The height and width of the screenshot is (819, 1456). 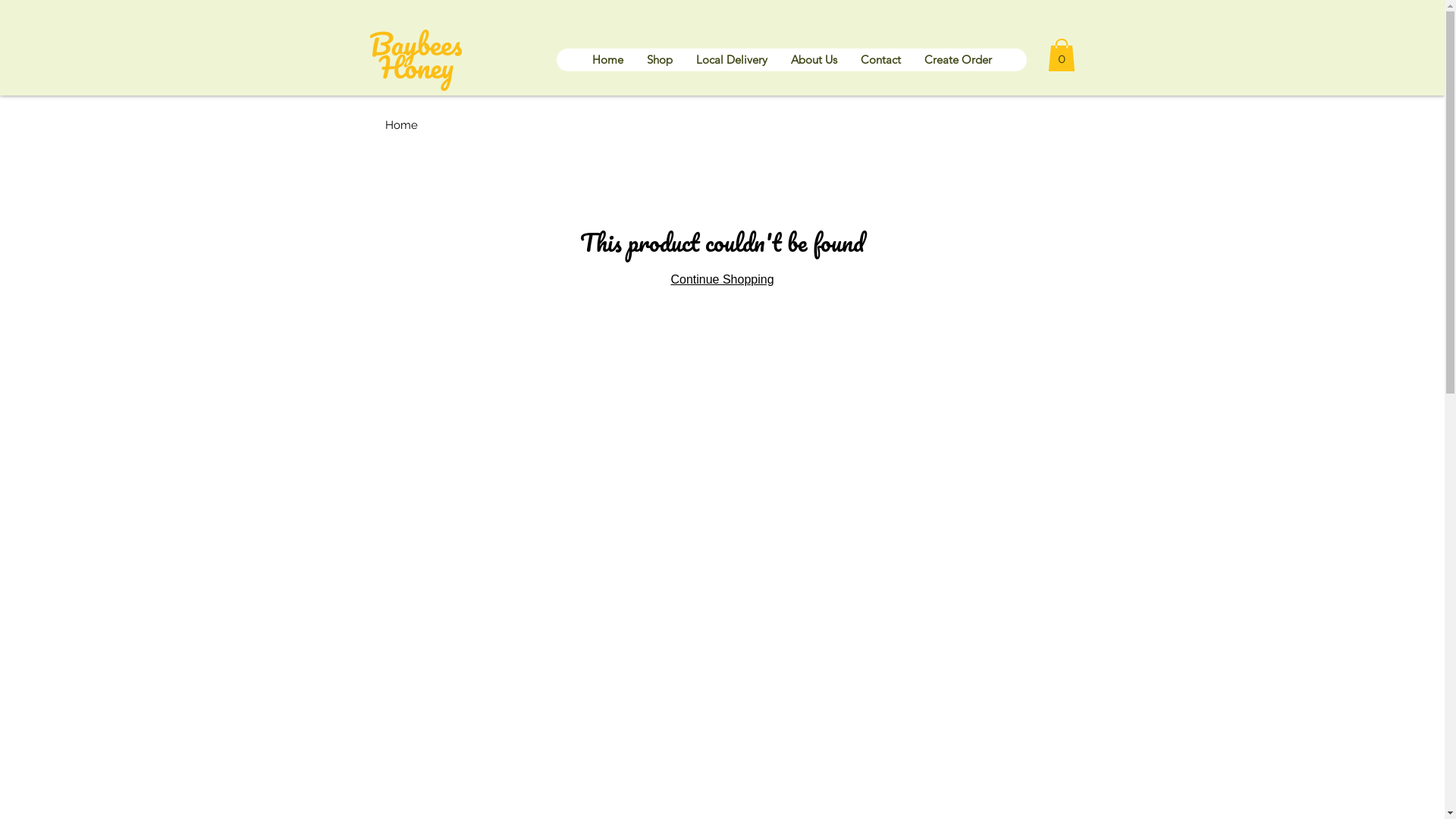 I want to click on 'About Us', so click(x=778, y=58).